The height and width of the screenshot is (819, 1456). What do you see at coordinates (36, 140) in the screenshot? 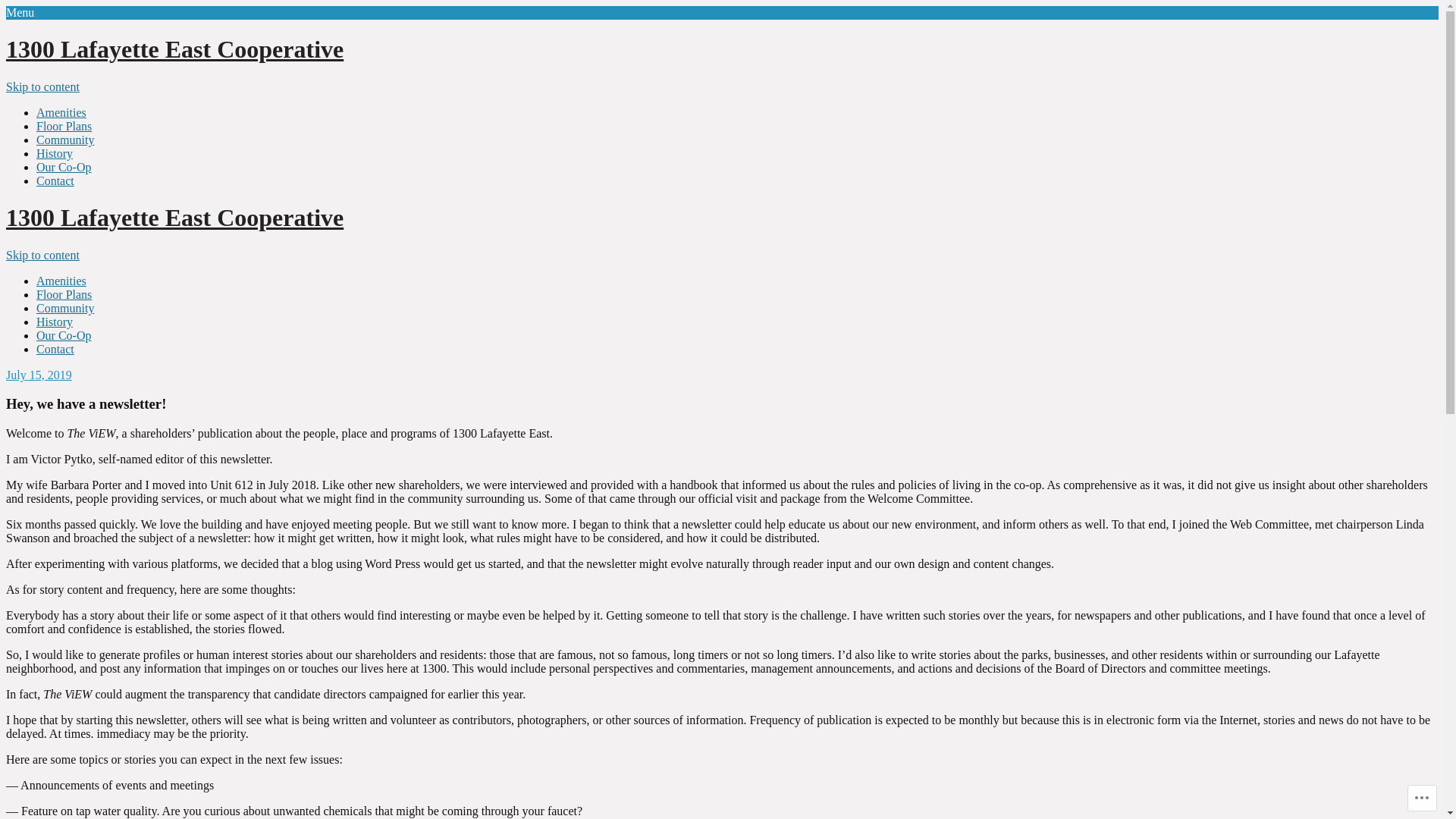
I see `'Community'` at bounding box center [36, 140].